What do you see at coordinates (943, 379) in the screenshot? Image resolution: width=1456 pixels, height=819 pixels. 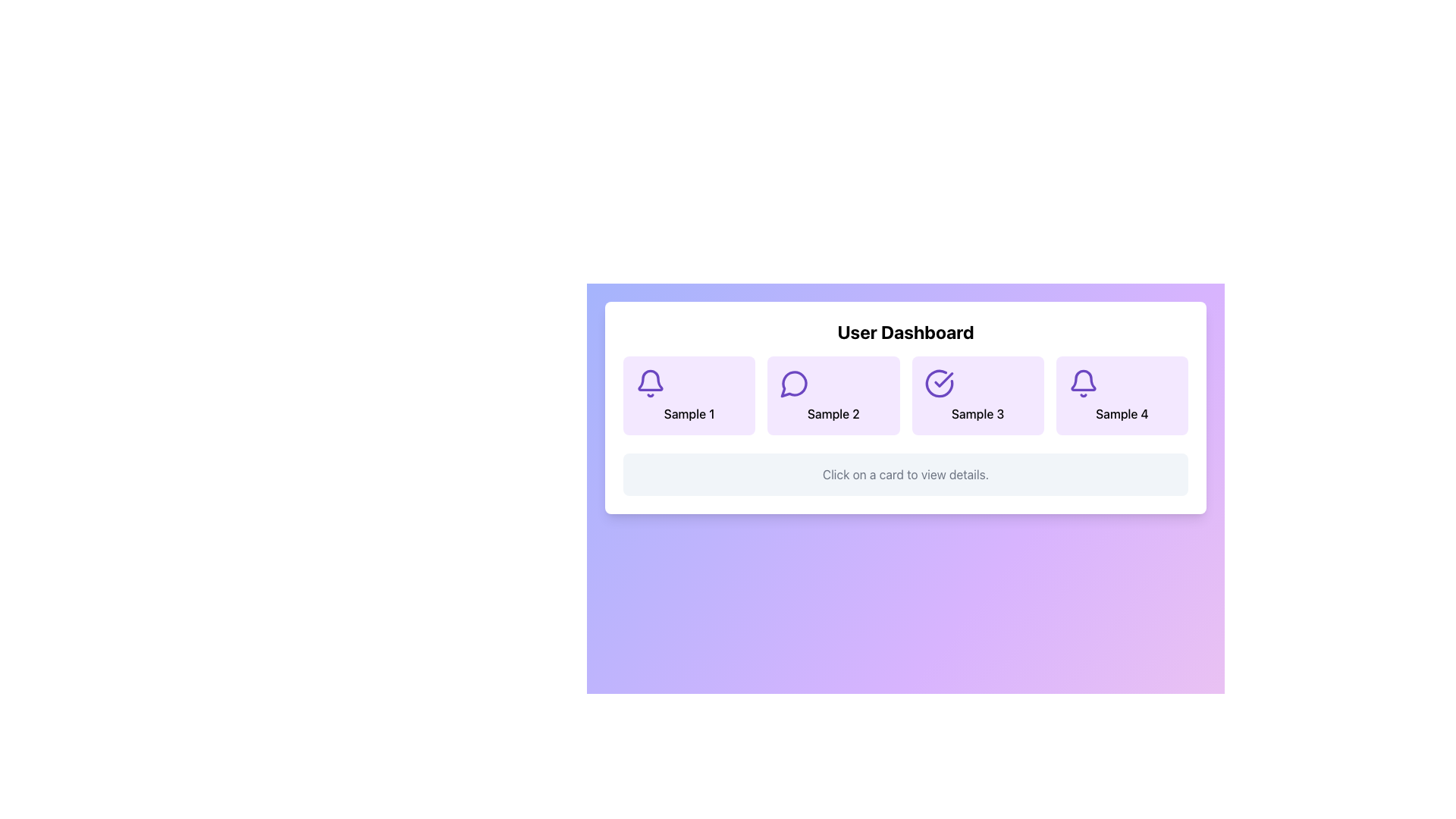 I see `the checkmark inside the 'Sample 3' icon on the dashboard` at bounding box center [943, 379].